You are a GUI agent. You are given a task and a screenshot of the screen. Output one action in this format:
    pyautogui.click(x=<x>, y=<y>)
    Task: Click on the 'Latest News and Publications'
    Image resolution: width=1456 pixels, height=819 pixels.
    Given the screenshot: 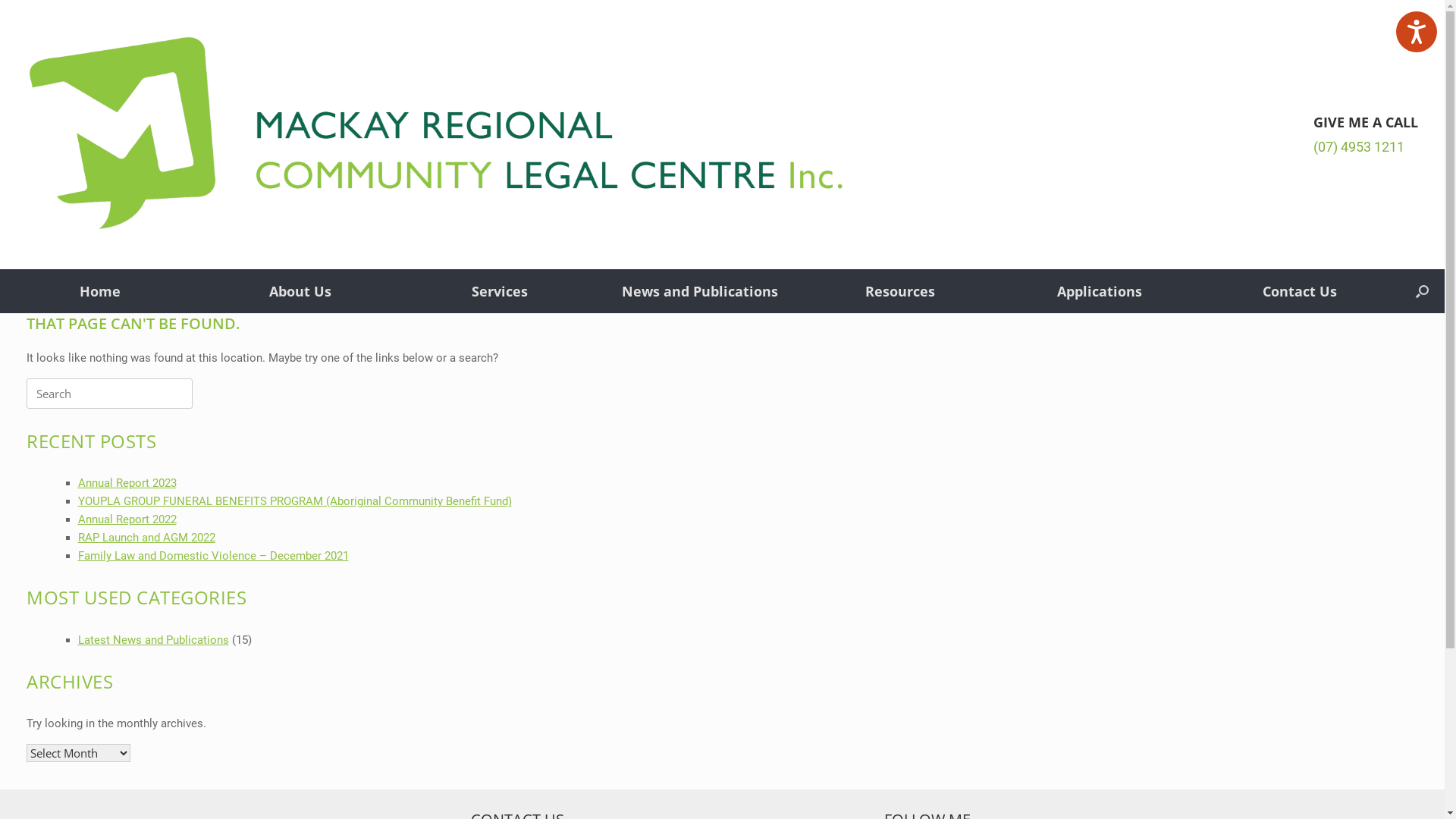 What is the action you would take?
    pyautogui.click(x=76, y=640)
    